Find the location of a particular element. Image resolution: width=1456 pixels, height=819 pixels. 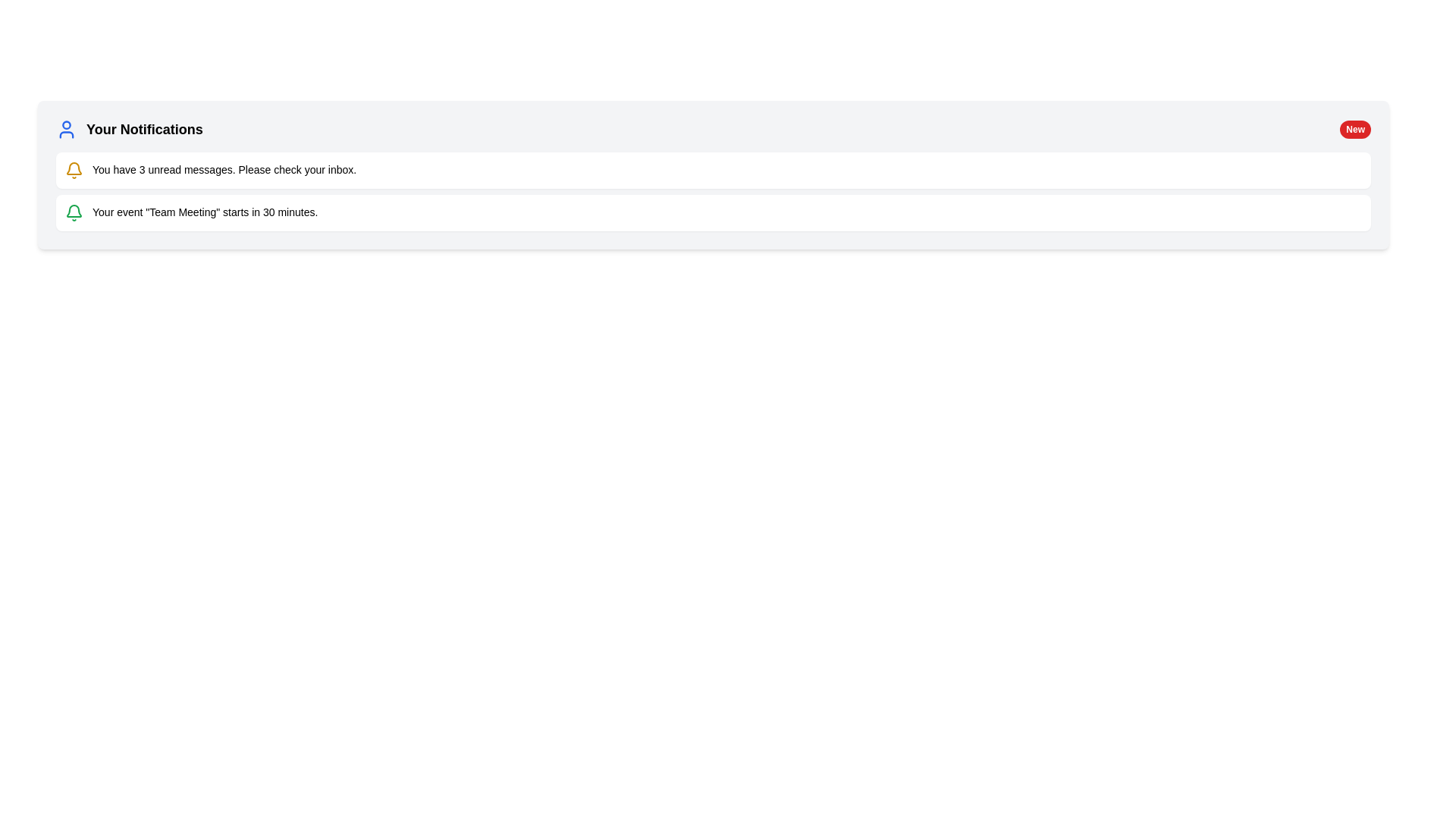

the yellow-orange bell-shaped notification icon located to the left of the notification message is located at coordinates (73, 170).